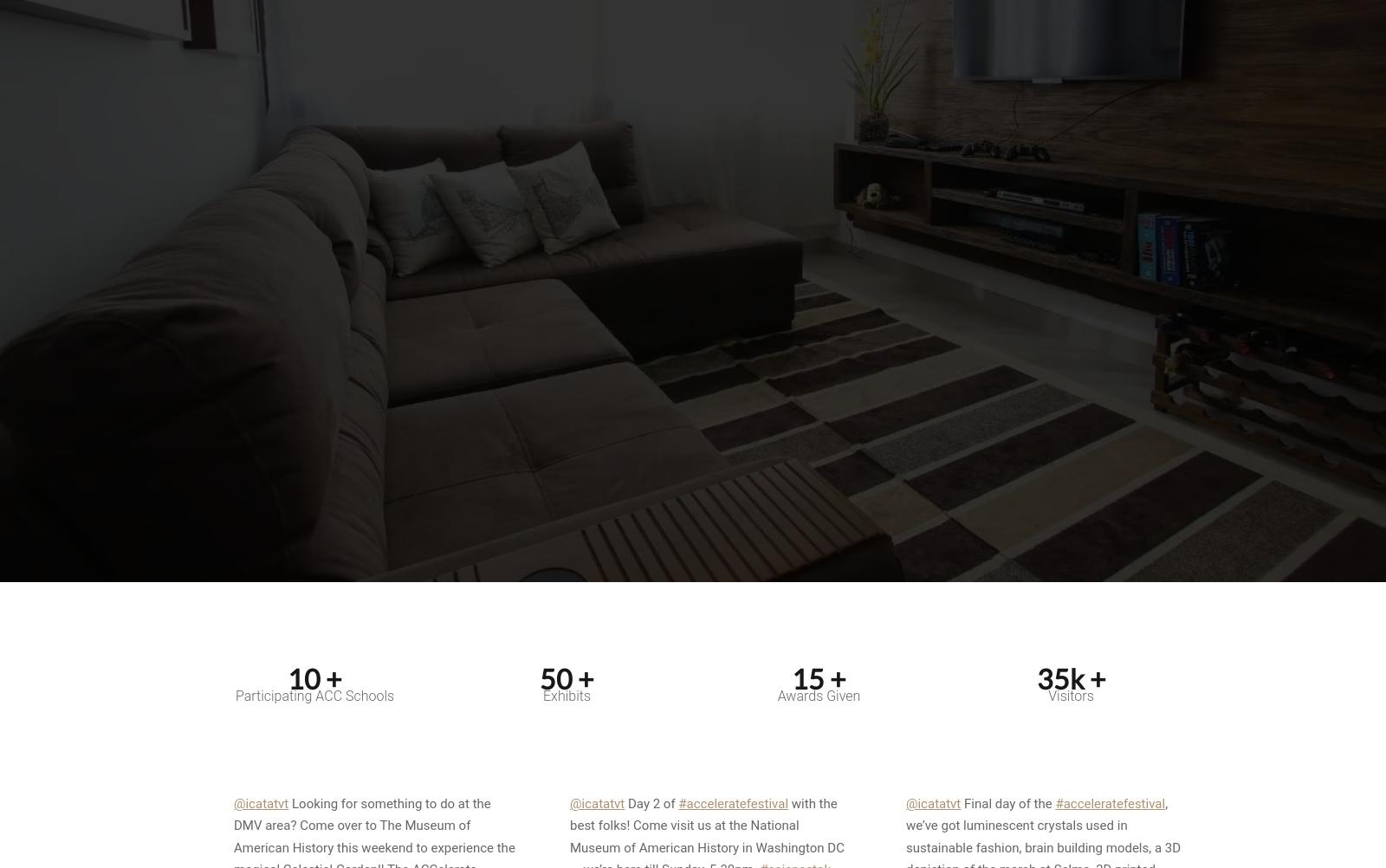 This screenshot has width=1386, height=868. What do you see at coordinates (817, 694) in the screenshot?
I see `'Awards Given'` at bounding box center [817, 694].